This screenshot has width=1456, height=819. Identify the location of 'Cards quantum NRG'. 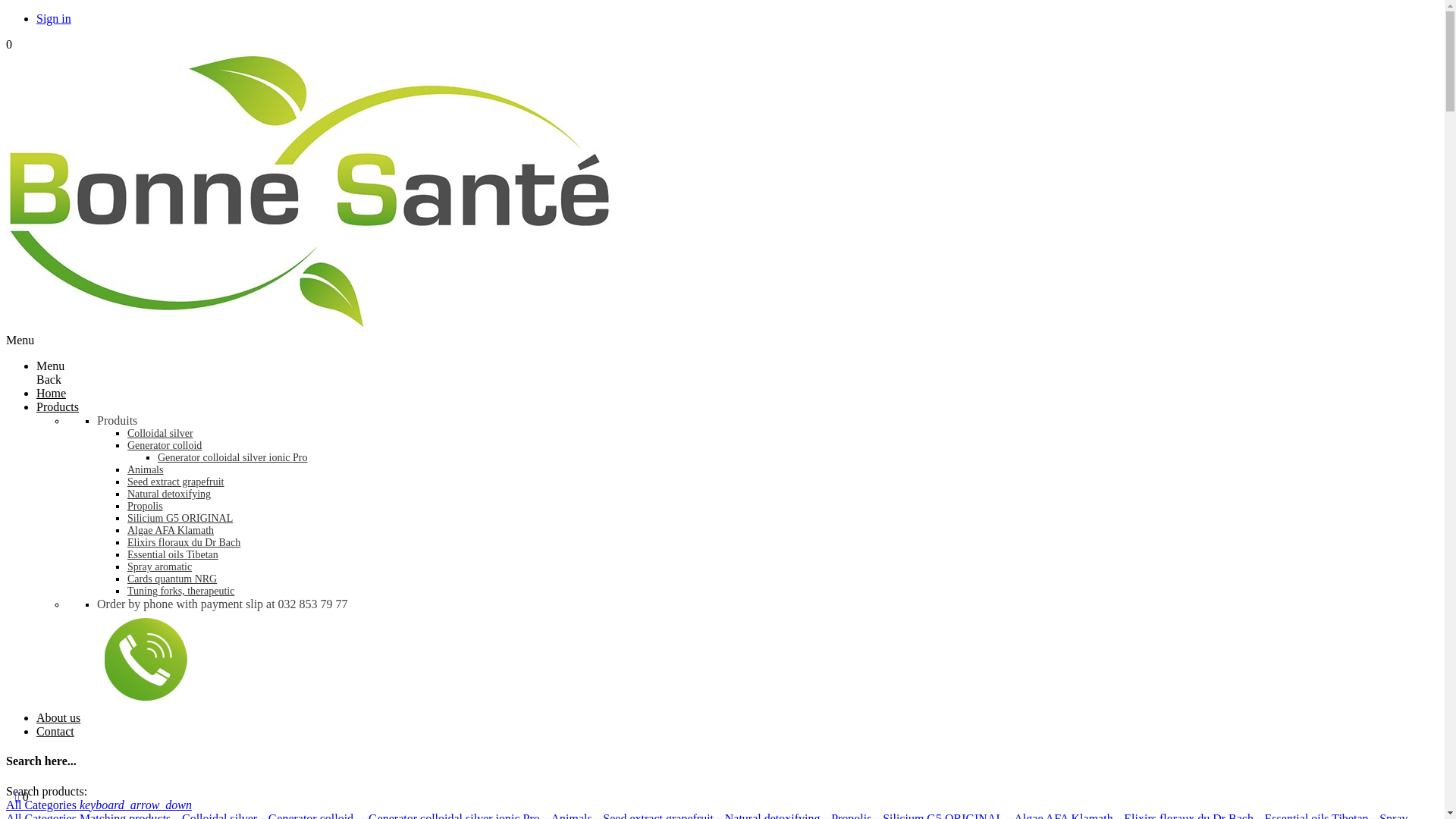
(171, 579).